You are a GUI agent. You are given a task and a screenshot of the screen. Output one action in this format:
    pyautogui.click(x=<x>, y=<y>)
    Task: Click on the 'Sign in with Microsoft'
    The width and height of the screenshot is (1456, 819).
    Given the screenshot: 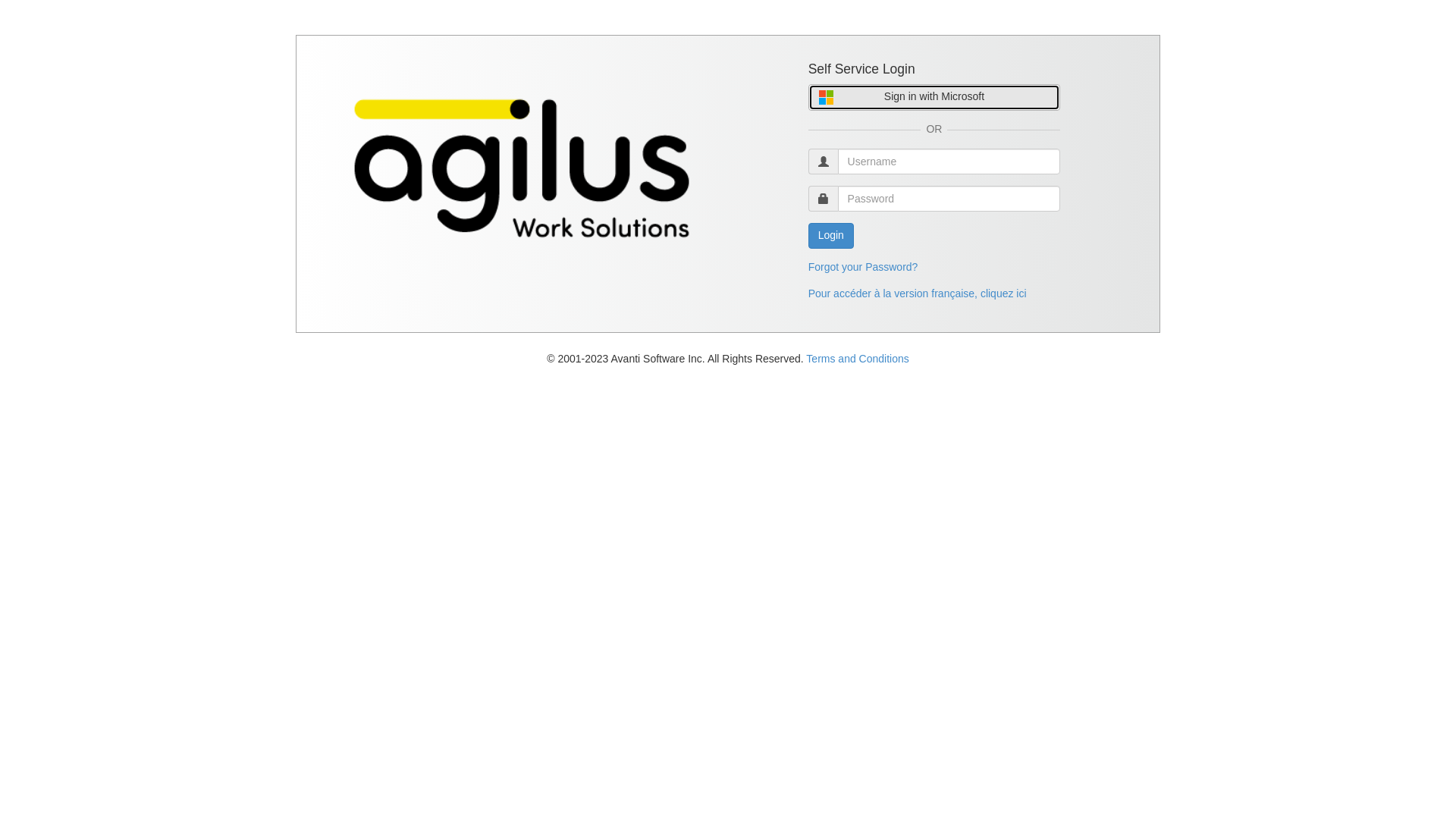 What is the action you would take?
    pyautogui.click(x=934, y=97)
    